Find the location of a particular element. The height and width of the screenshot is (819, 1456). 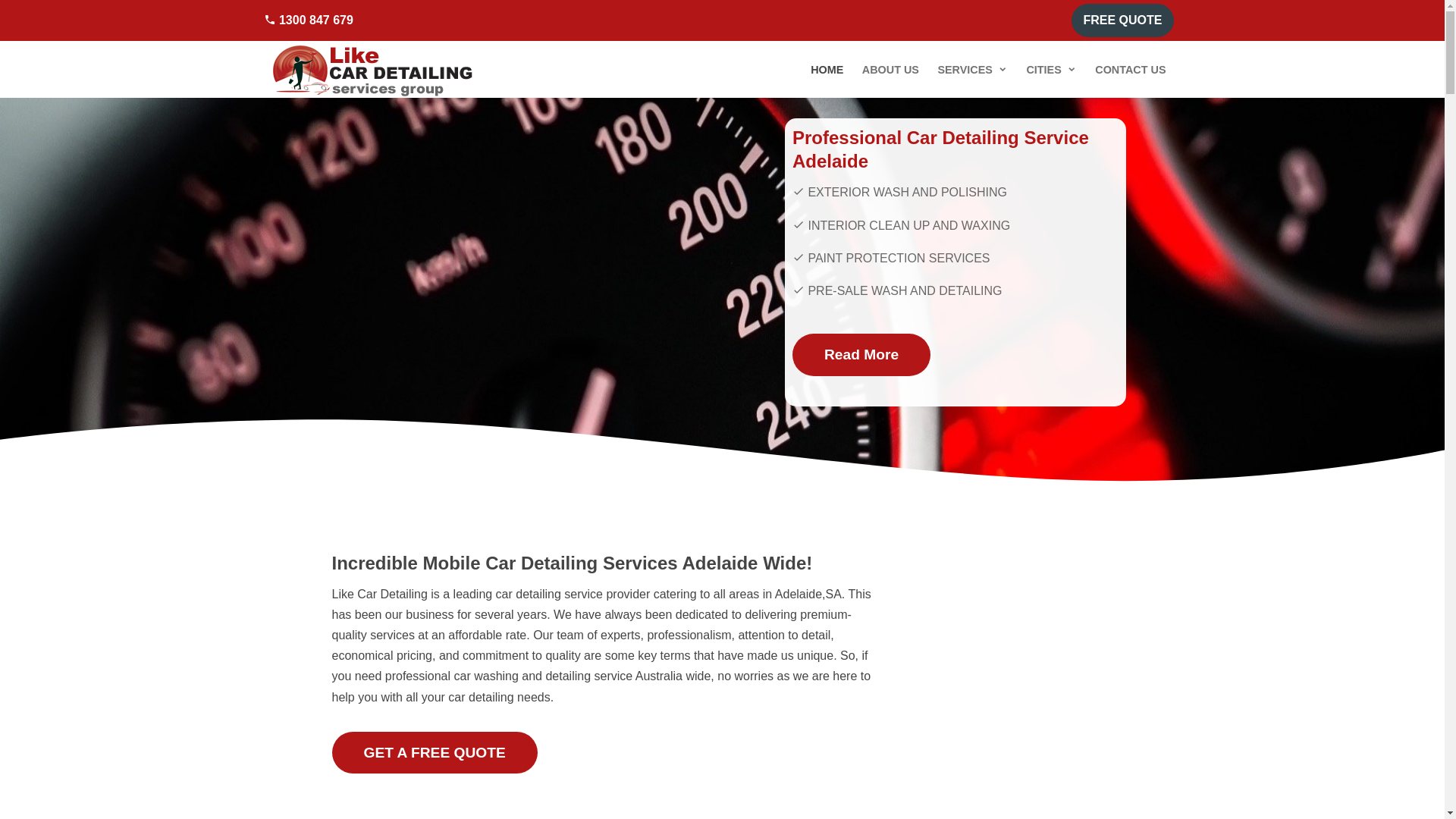

'Read More' is located at coordinates (861, 354).